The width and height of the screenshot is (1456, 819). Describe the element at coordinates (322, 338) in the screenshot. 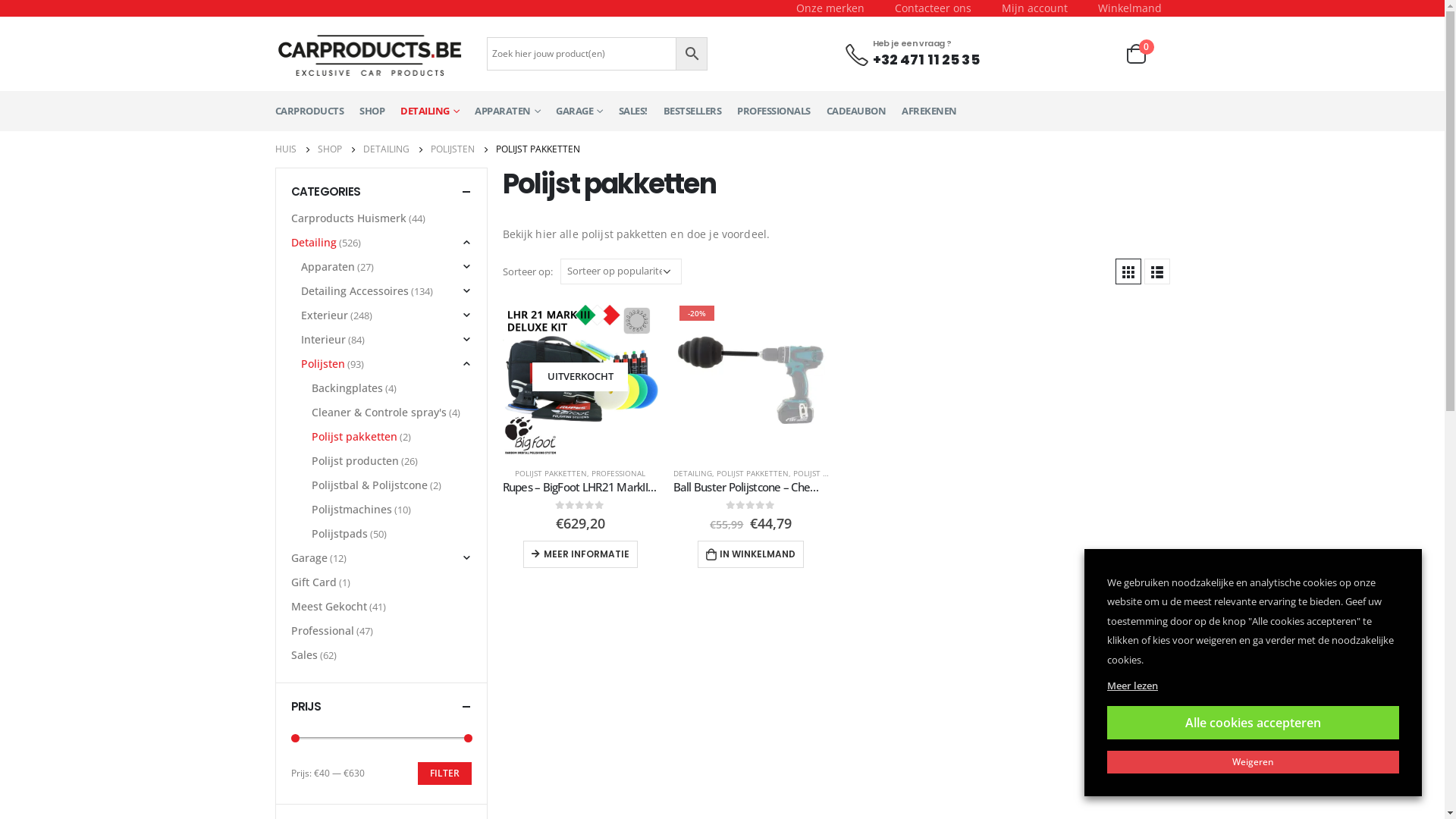

I see `'Interieur'` at that location.